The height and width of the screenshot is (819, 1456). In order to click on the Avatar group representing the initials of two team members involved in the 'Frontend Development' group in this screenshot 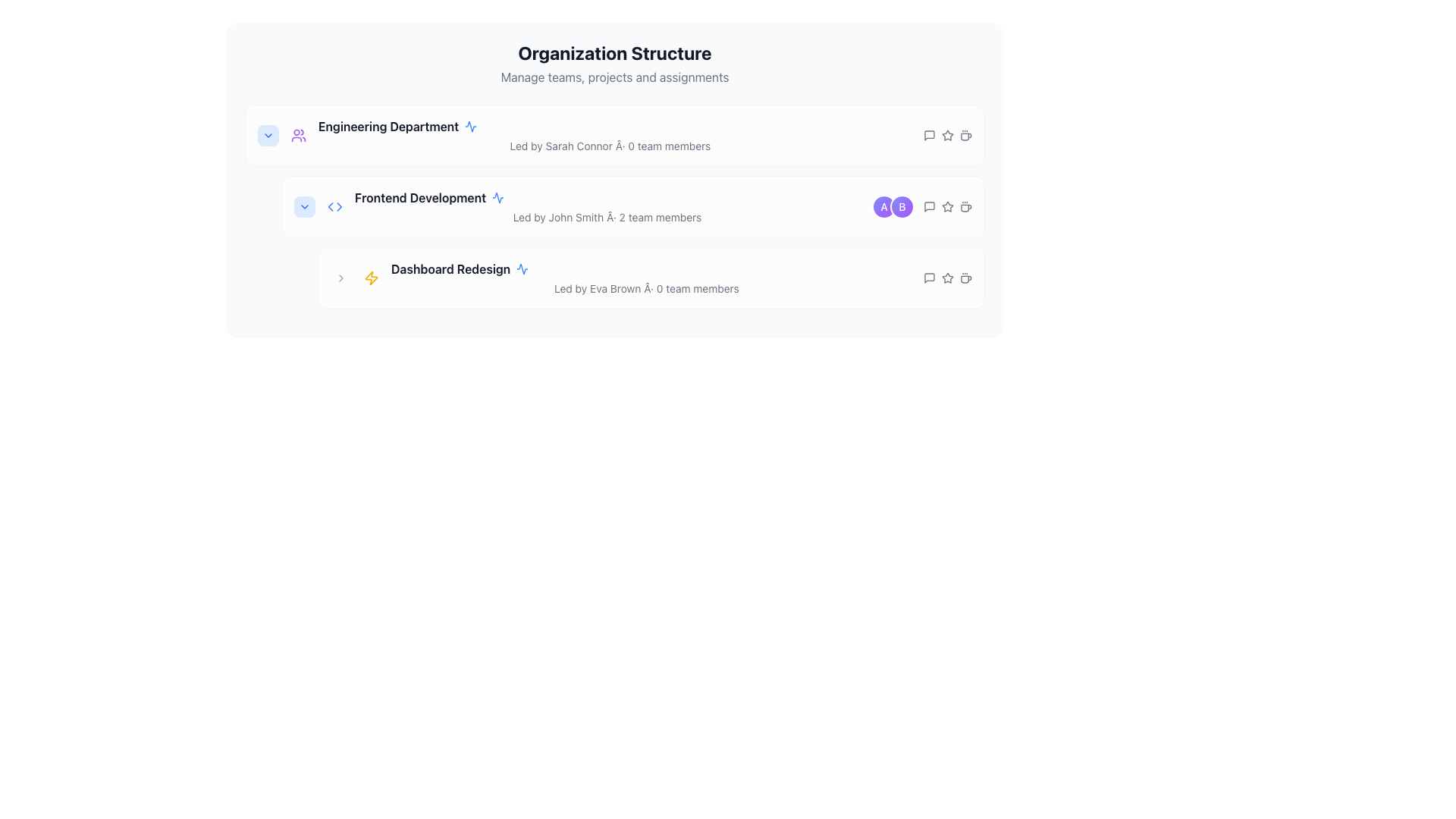, I will do `click(893, 207)`.